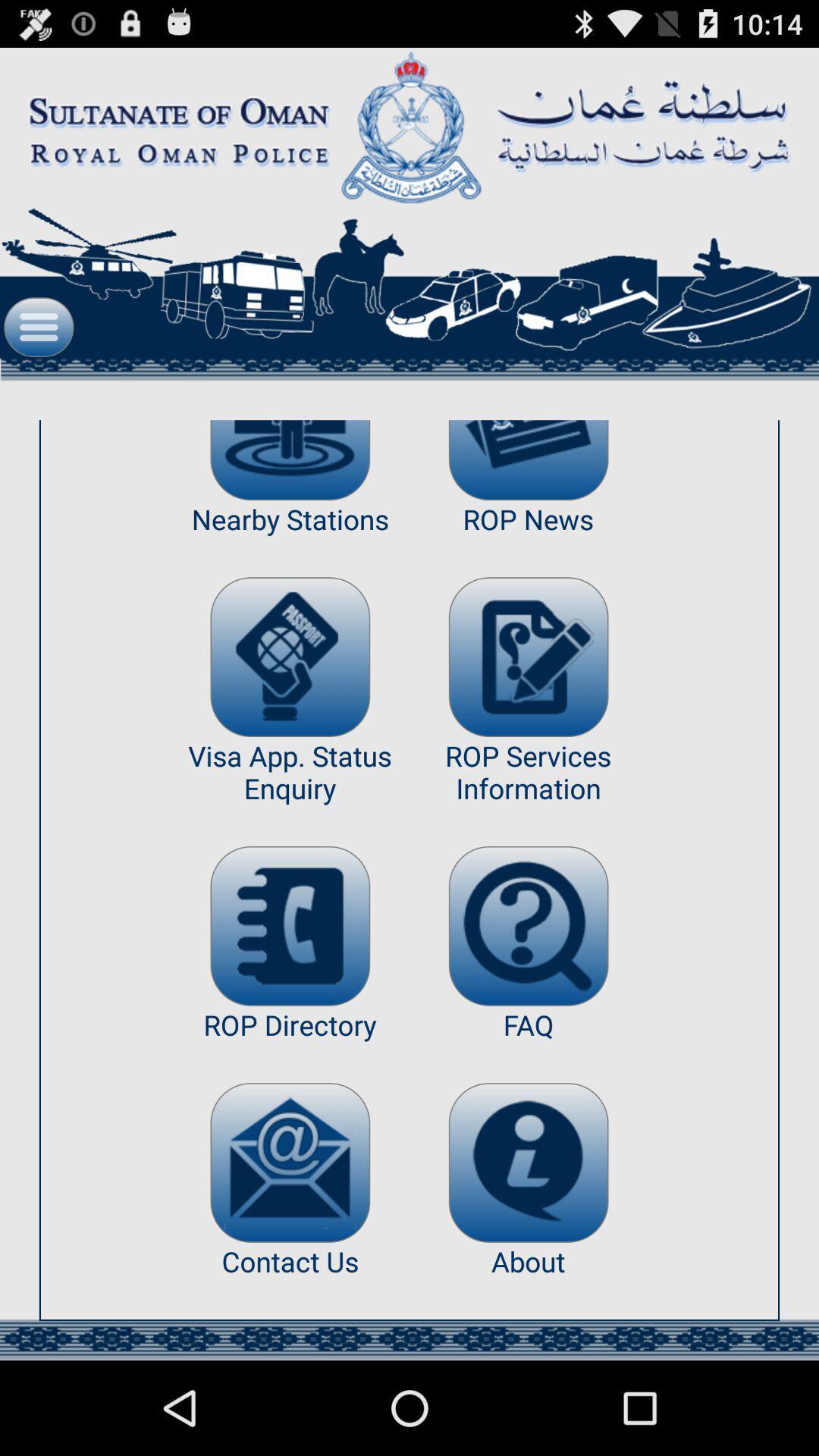  I want to click on more info on visa status, so click(290, 657).